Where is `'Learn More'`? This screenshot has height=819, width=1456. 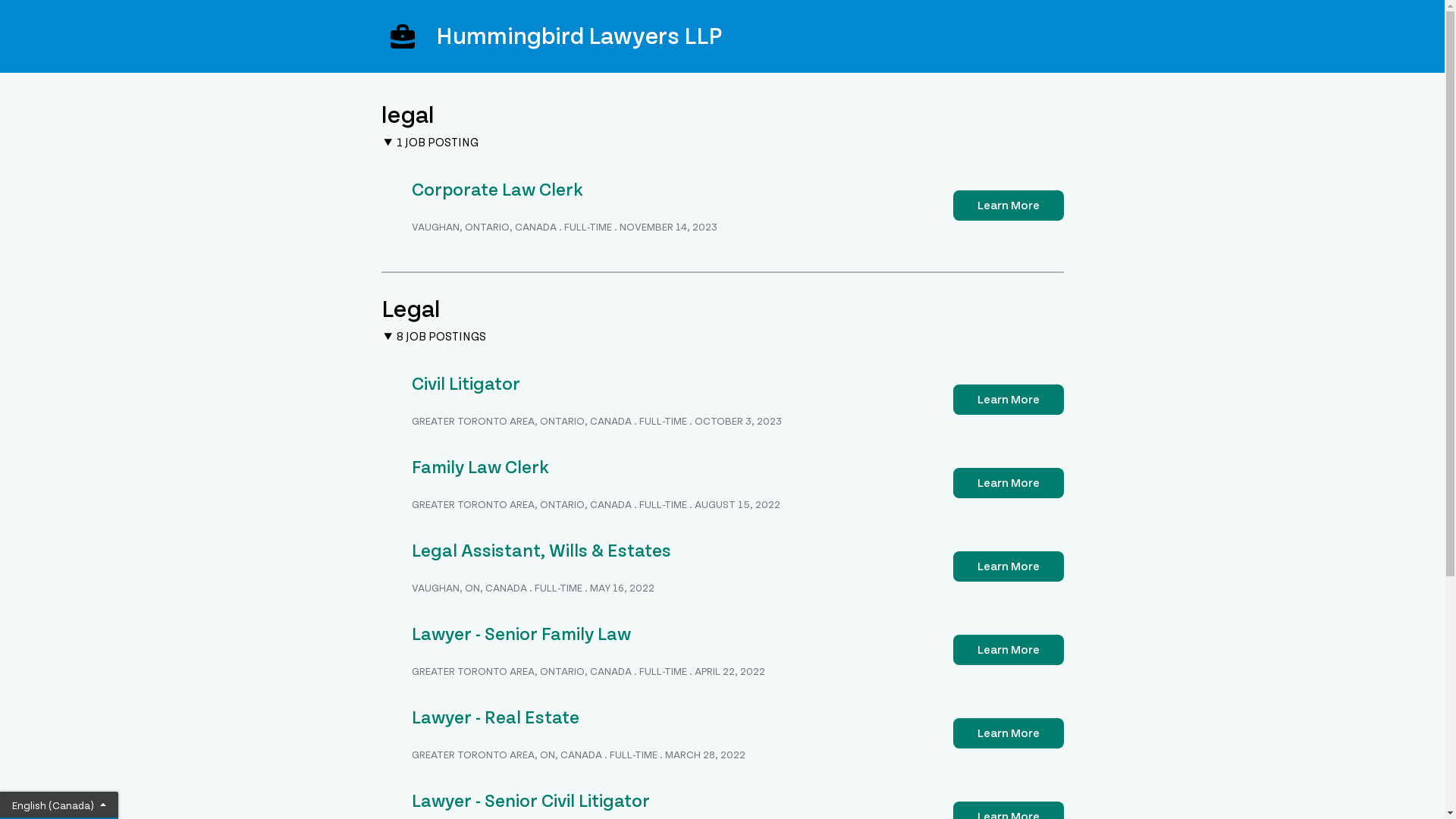 'Learn More' is located at coordinates (1008, 205).